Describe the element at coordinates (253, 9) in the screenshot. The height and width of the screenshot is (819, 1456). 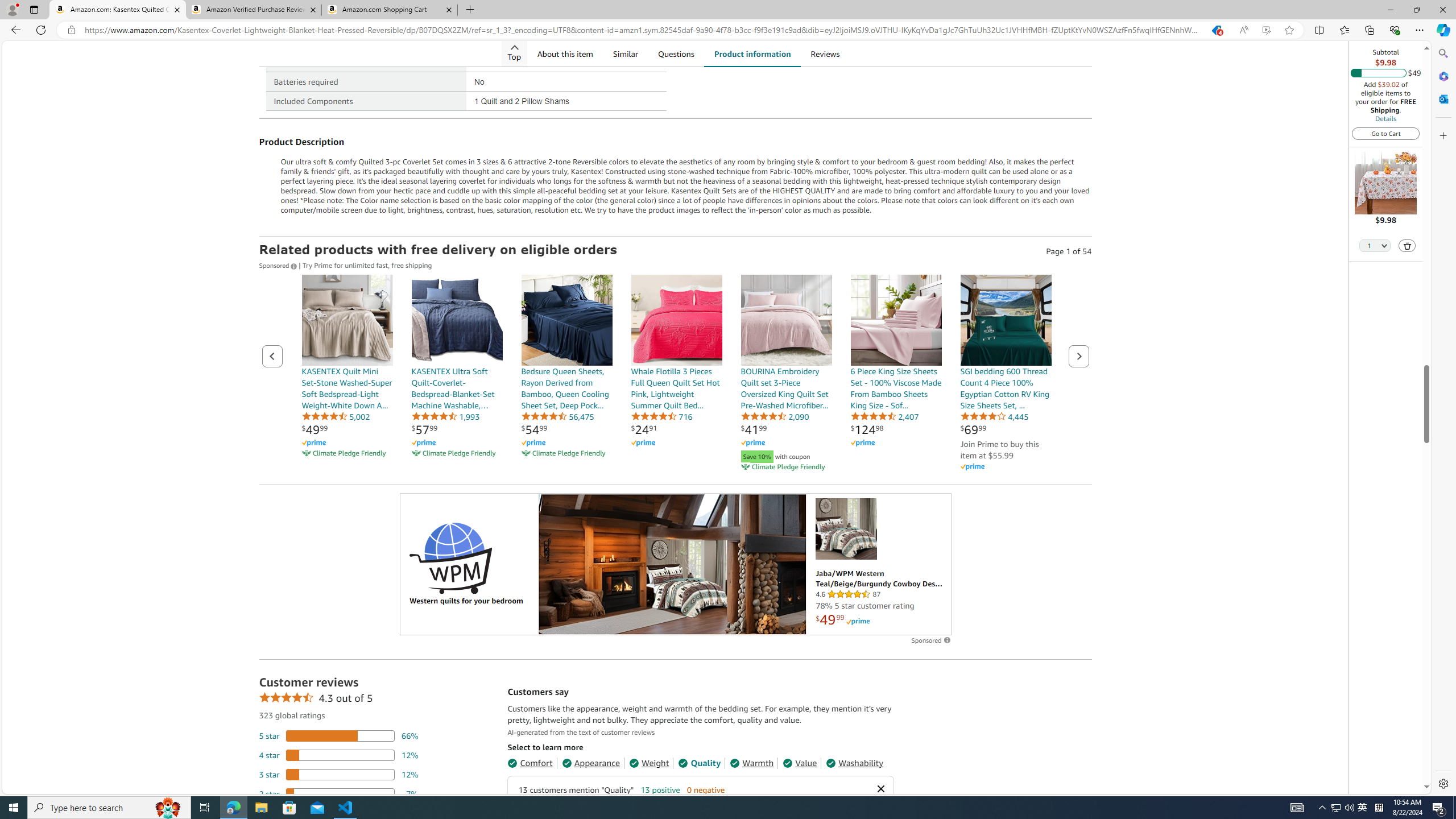
I see `'Amazon Verified Purchase Reviews - Amazon Customer Service'` at that location.